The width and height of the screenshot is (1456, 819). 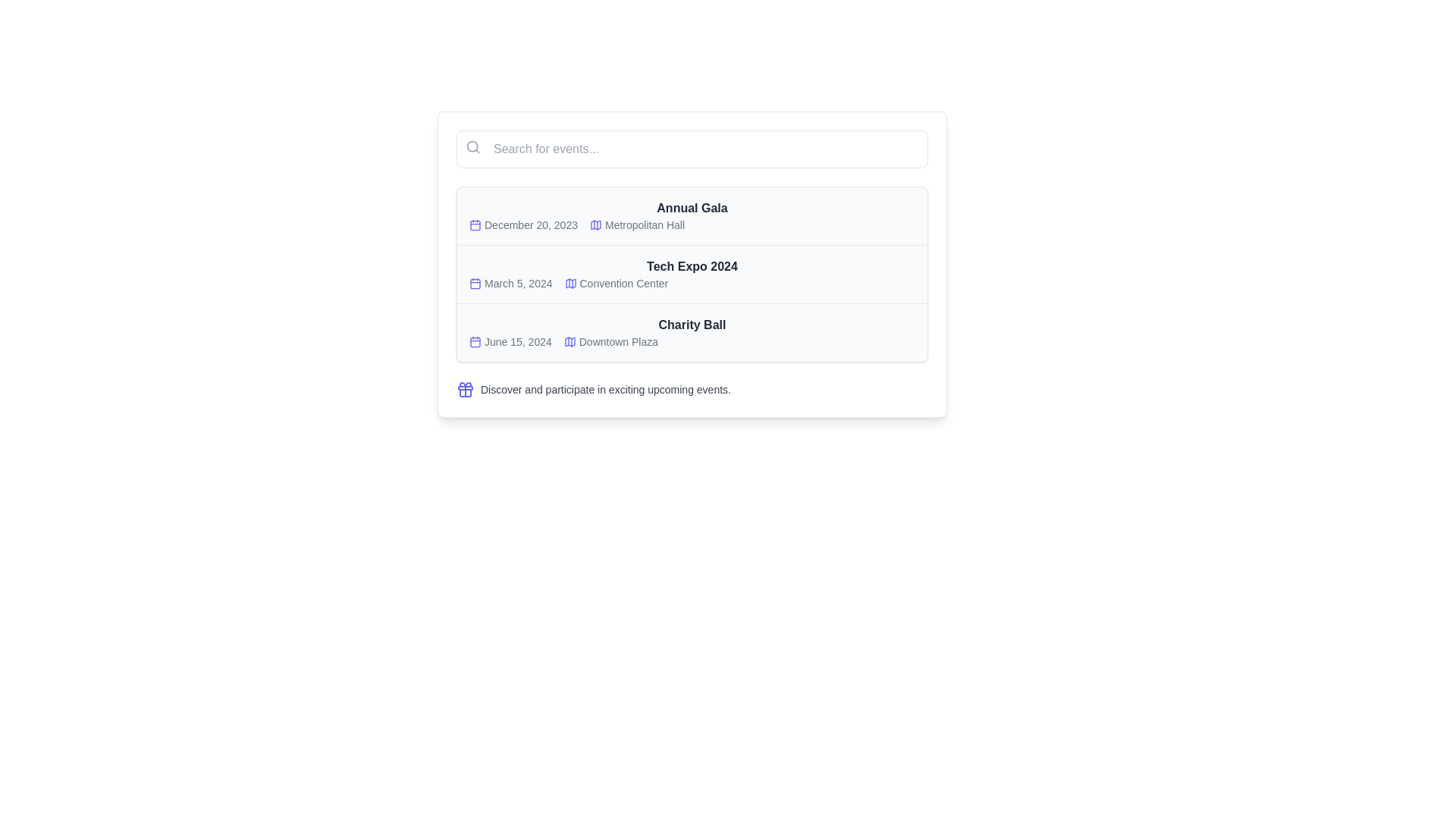 What do you see at coordinates (691, 225) in the screenshot?
I see `the details of the text displaying the event date and location for the 'Annual Gala', which is positioned below the title in the top left quadrant of the interface` at bounding box center [691, 225].